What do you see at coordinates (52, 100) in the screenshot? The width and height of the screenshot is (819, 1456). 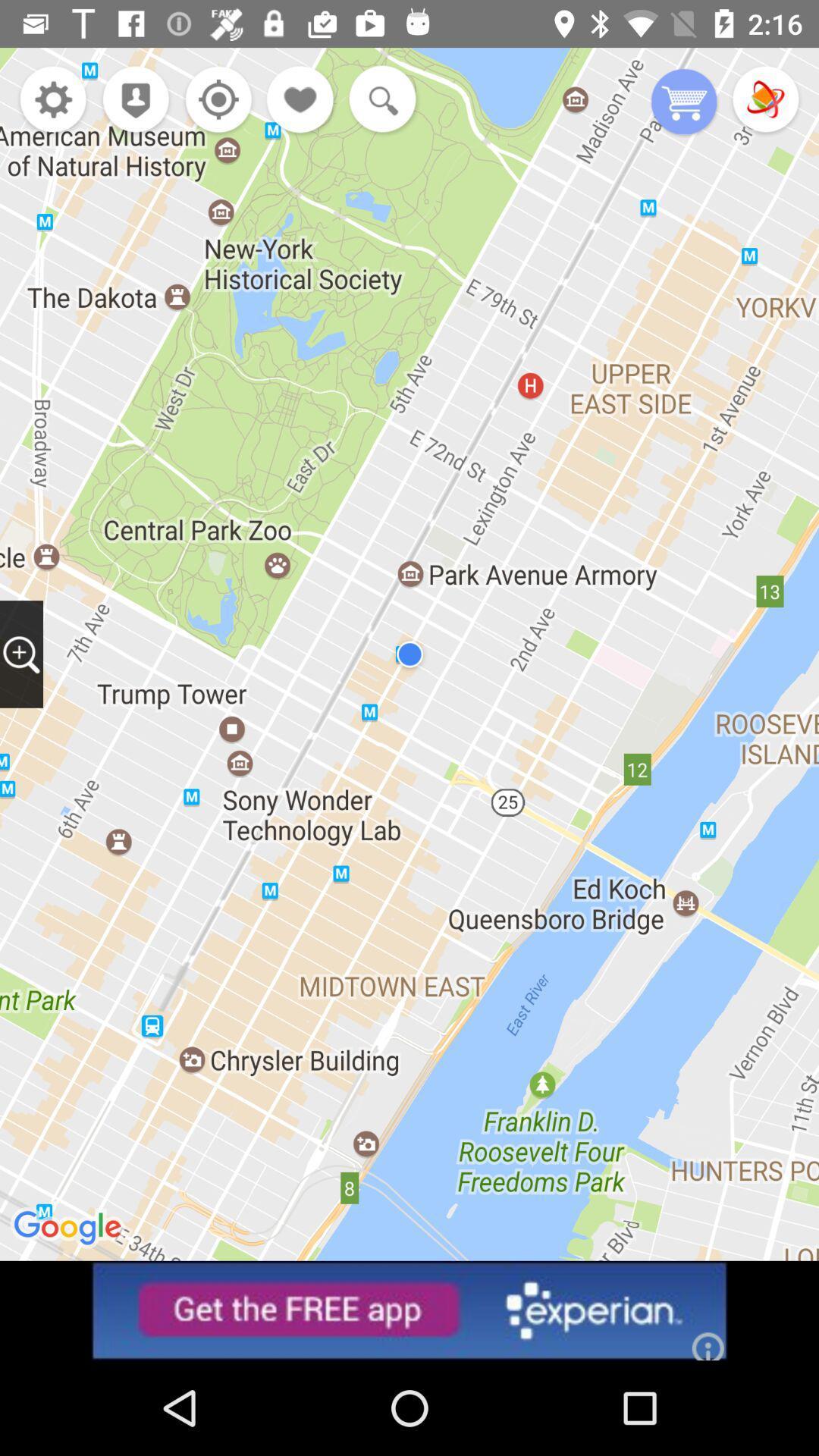 I see `options and settings for map` at bounding box center [52, 100].